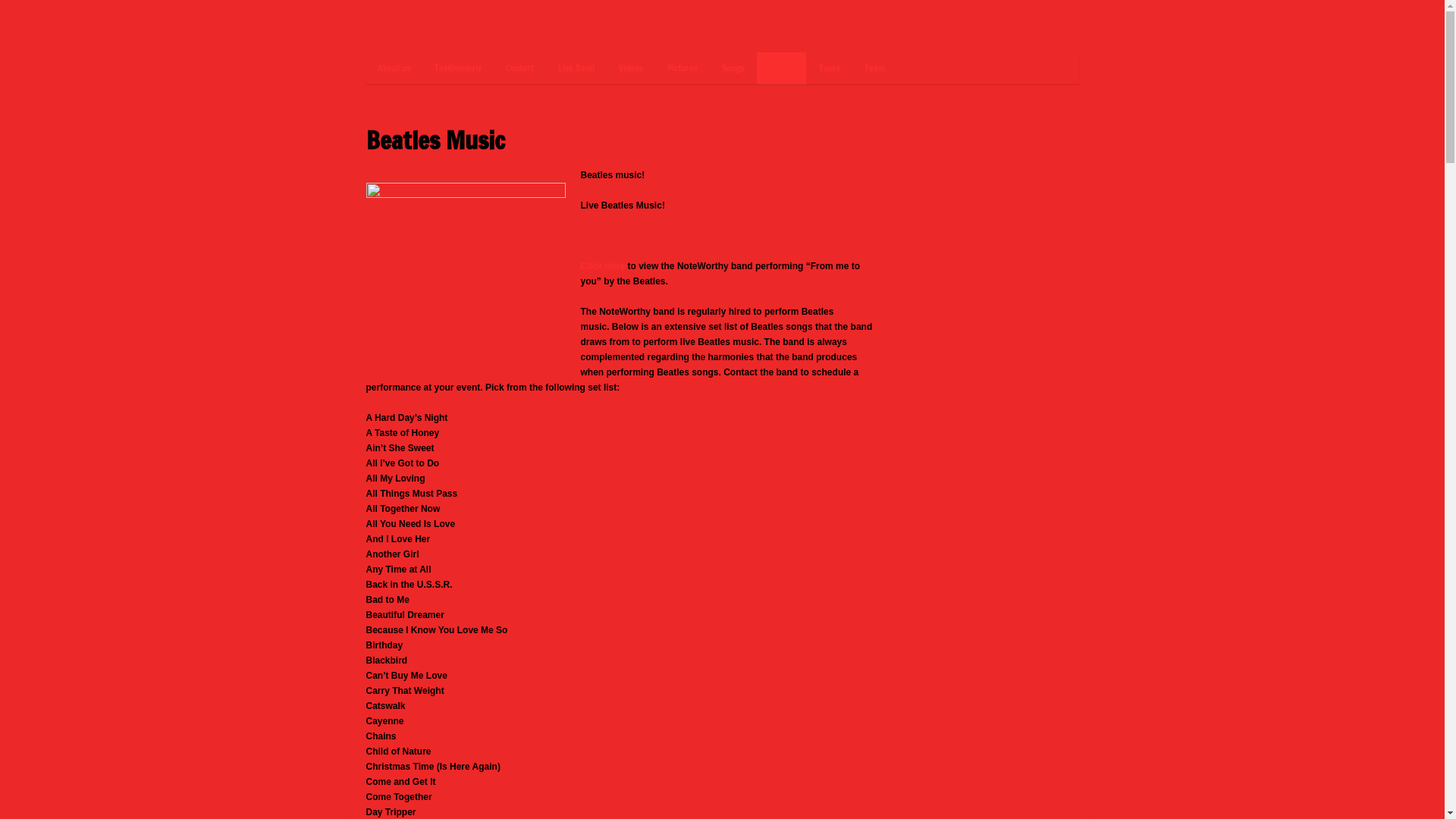 This screenshot has height=819, width=1456. Describe the element at coordinates (457, 67) in the screenshot. I see `'Testimonials'` at that location.